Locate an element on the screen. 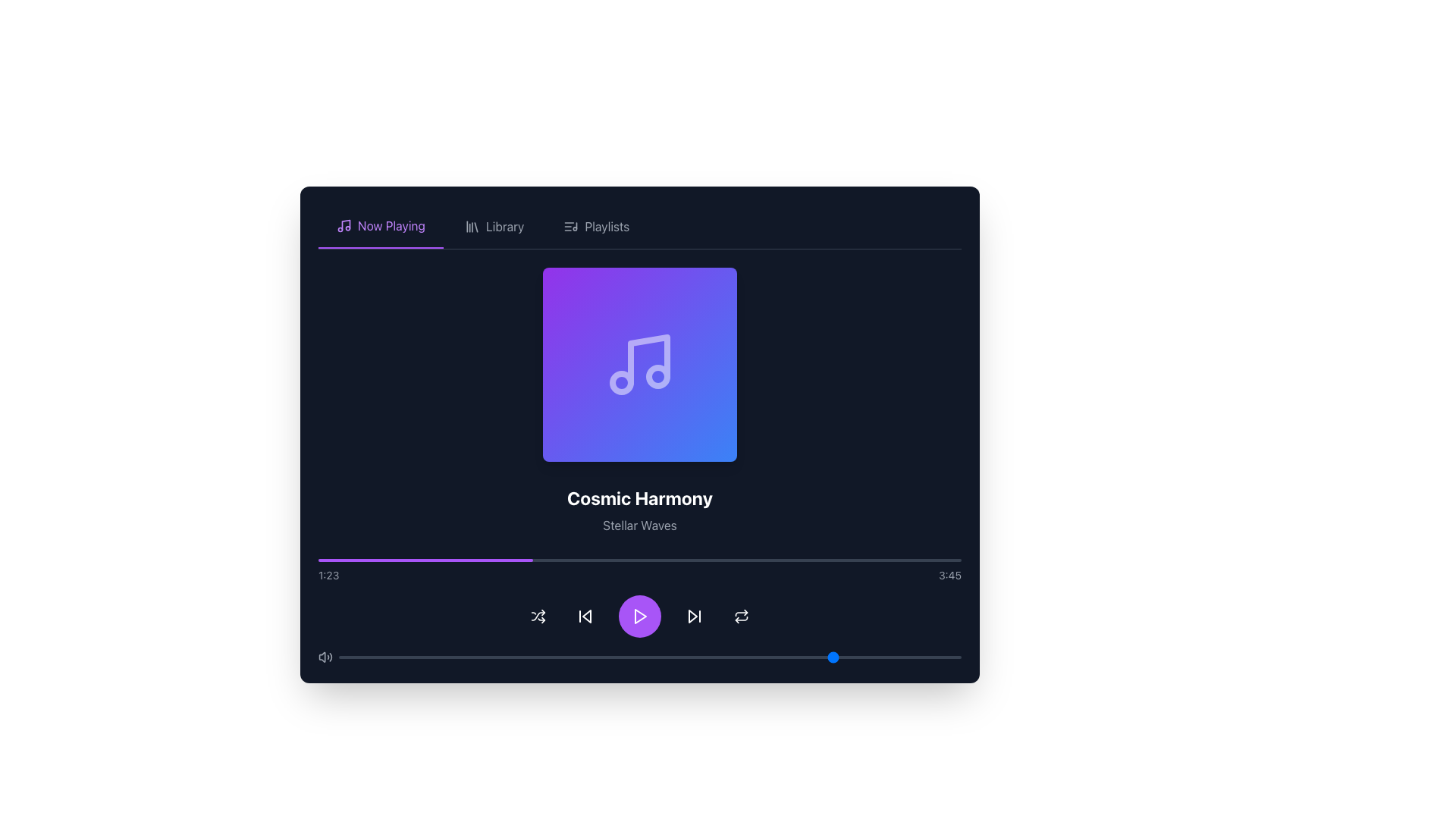 This screenshot has width=1456, height=819. the album artwork display element, which visually represents the current track or playlist is located at coordinates (640, 365).